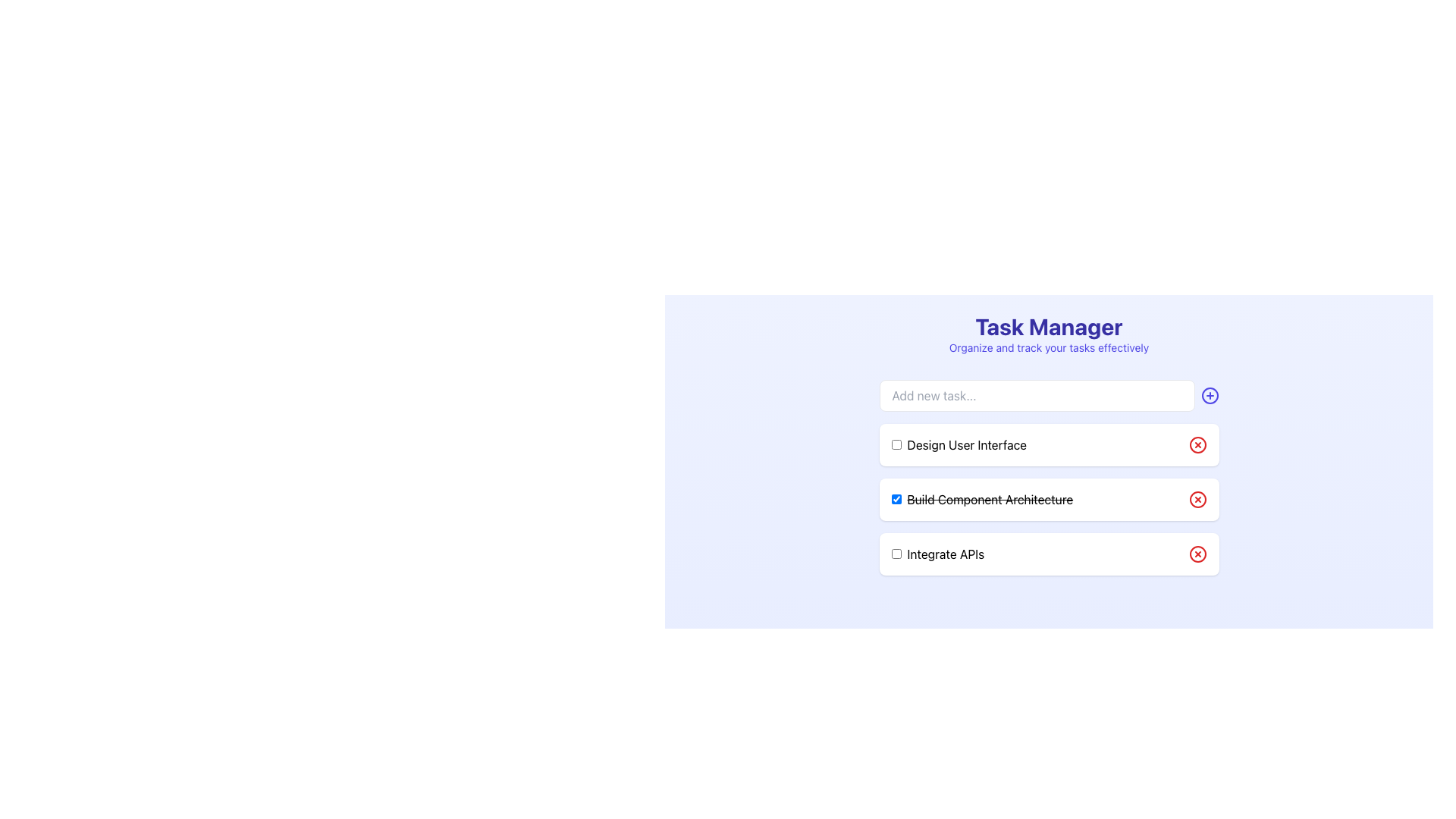  What do you see at coordinates (1209, 394) in the screenshot?
I see `the circular indigo button with a '+' sign` at bounding box center [1209, 394].